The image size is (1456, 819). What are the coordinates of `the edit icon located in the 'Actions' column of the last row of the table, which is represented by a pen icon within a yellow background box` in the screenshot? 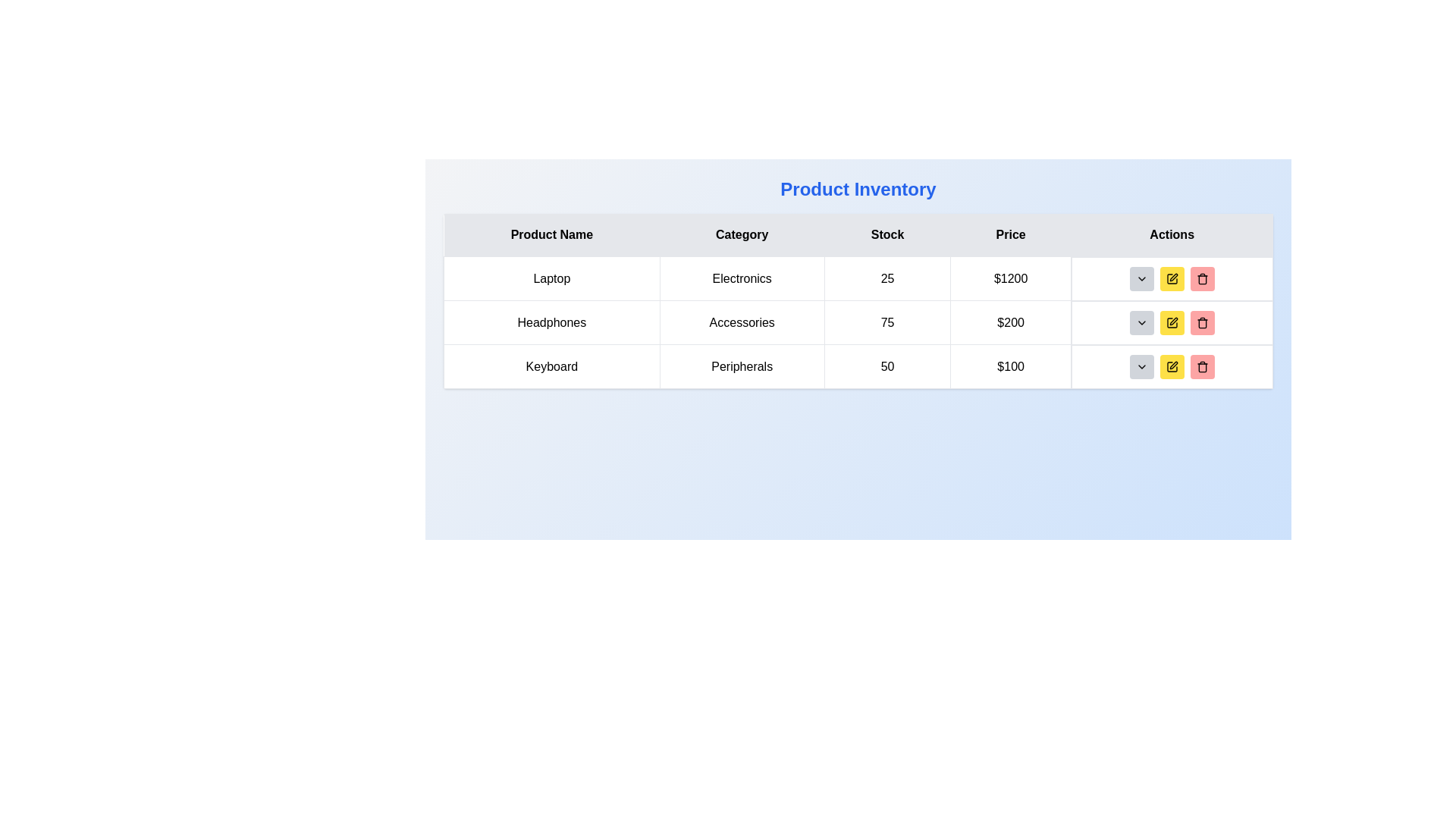 It's located at (1172, 277).